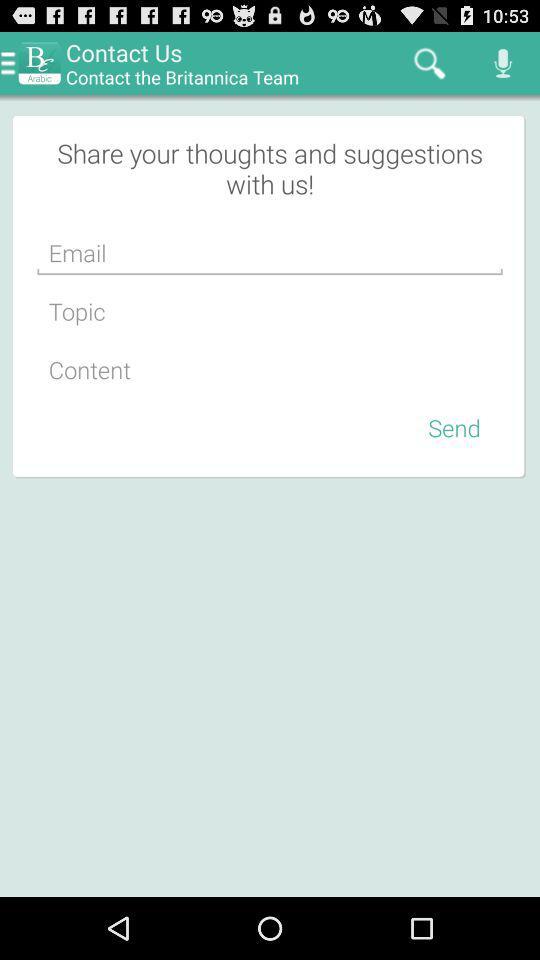 This screenshot has width=540, height=960. Describe the element at coordinates (270, 369) in the screenshot. I see `here to discuss content` at that location.